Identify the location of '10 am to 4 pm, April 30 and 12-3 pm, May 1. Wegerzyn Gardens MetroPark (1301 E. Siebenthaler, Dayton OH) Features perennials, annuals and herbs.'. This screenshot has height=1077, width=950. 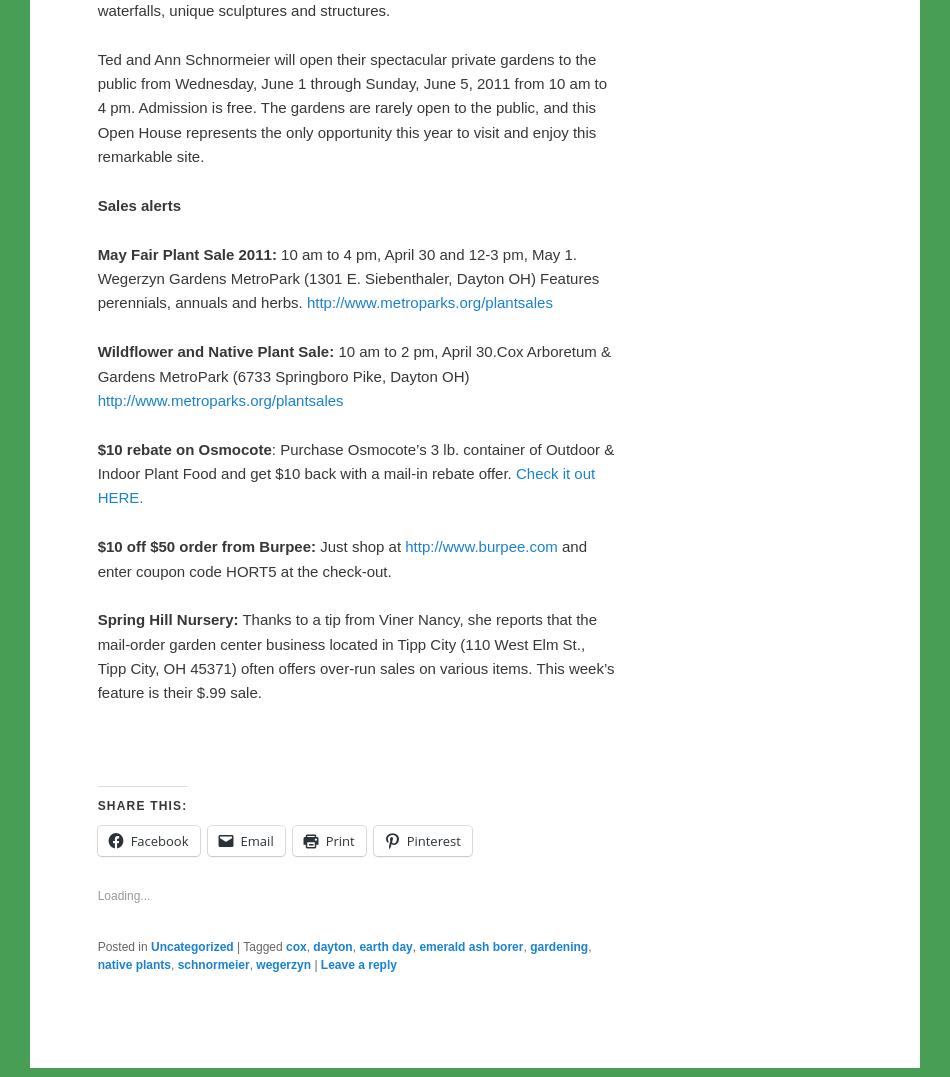
(96, 696).